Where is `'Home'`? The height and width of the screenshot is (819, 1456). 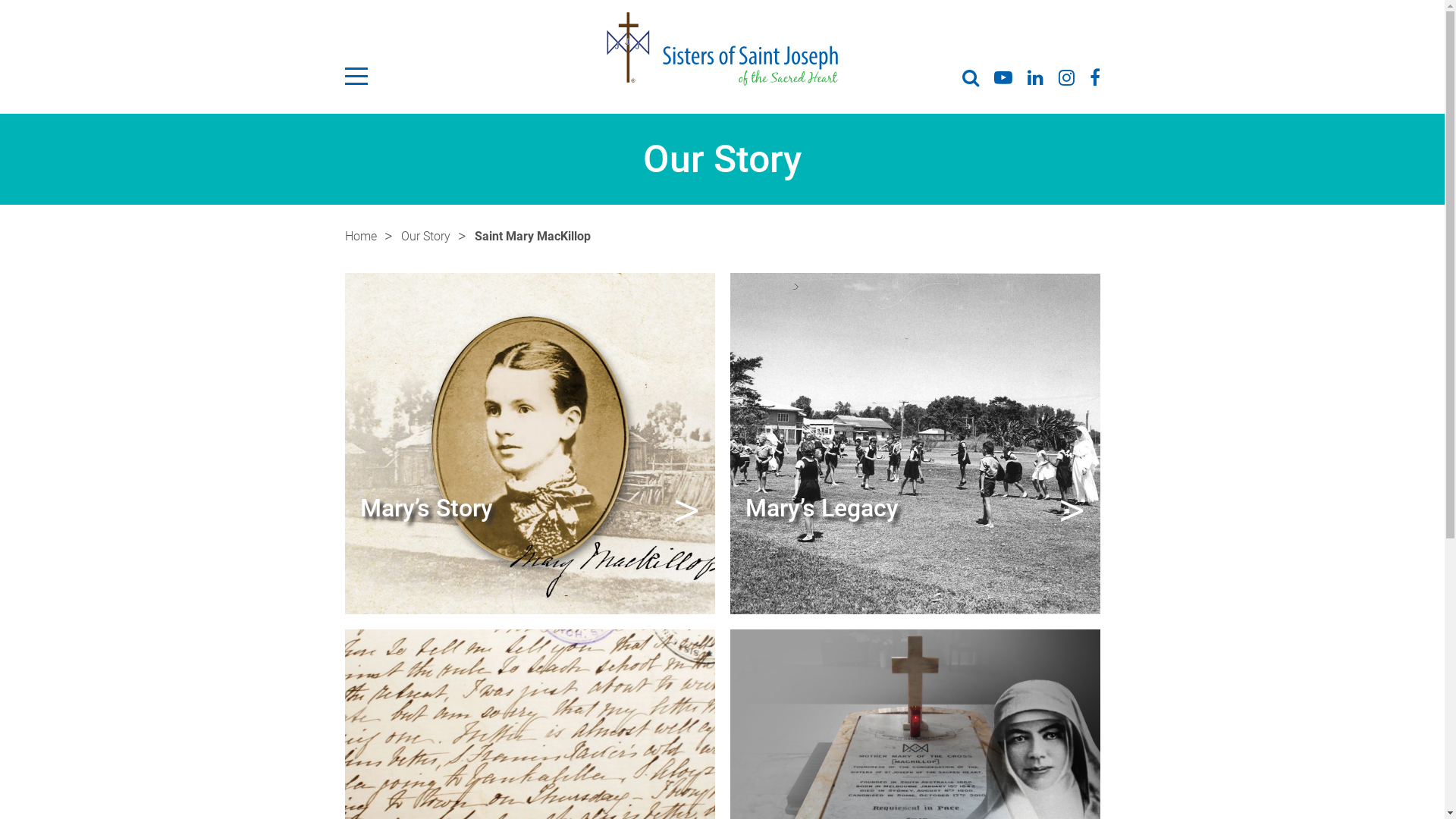 'Home' is located at coordinates (344, 237).